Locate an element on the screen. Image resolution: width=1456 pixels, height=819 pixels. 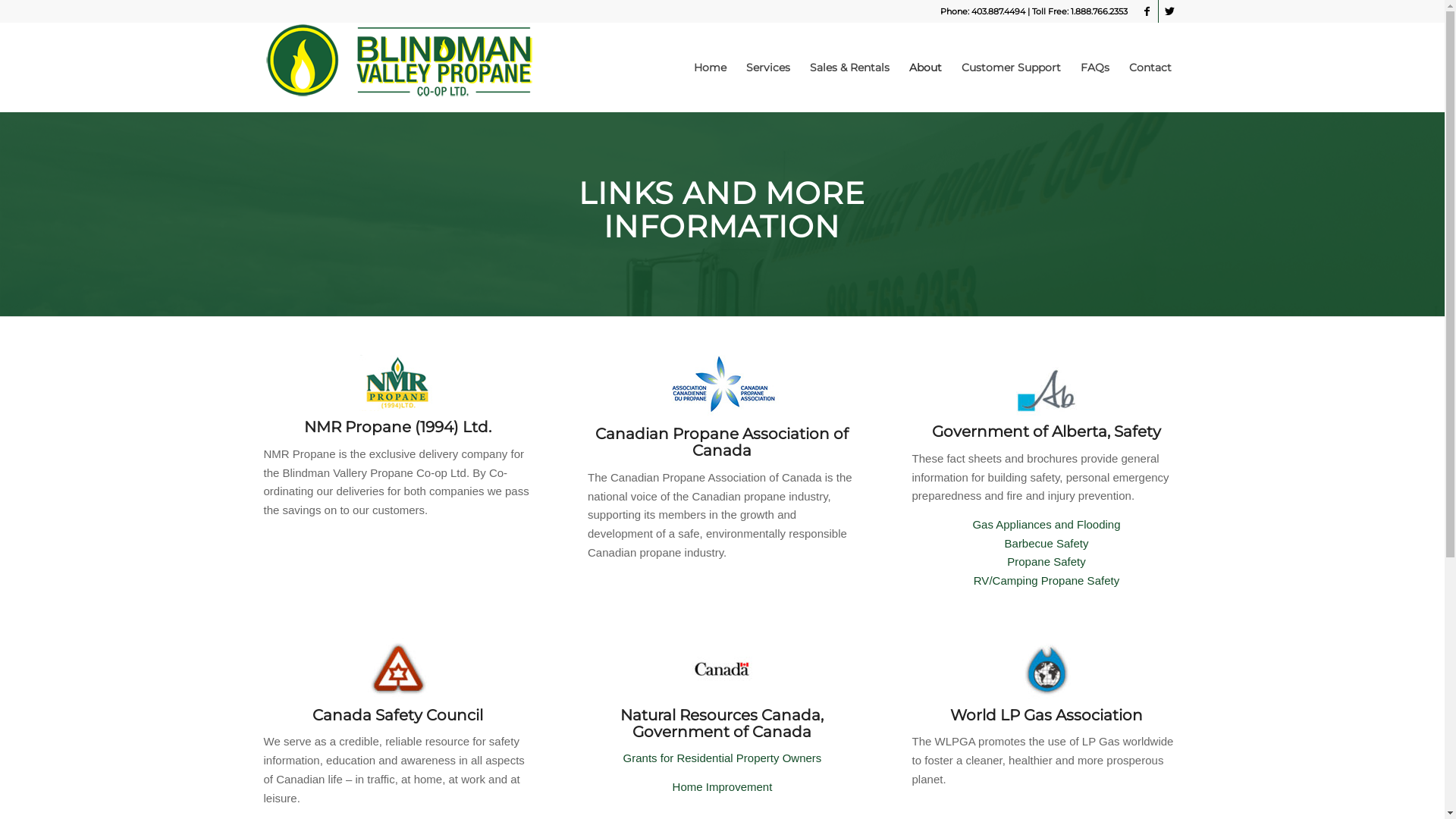
'FAQs' is located at coordinates (1095, 66).